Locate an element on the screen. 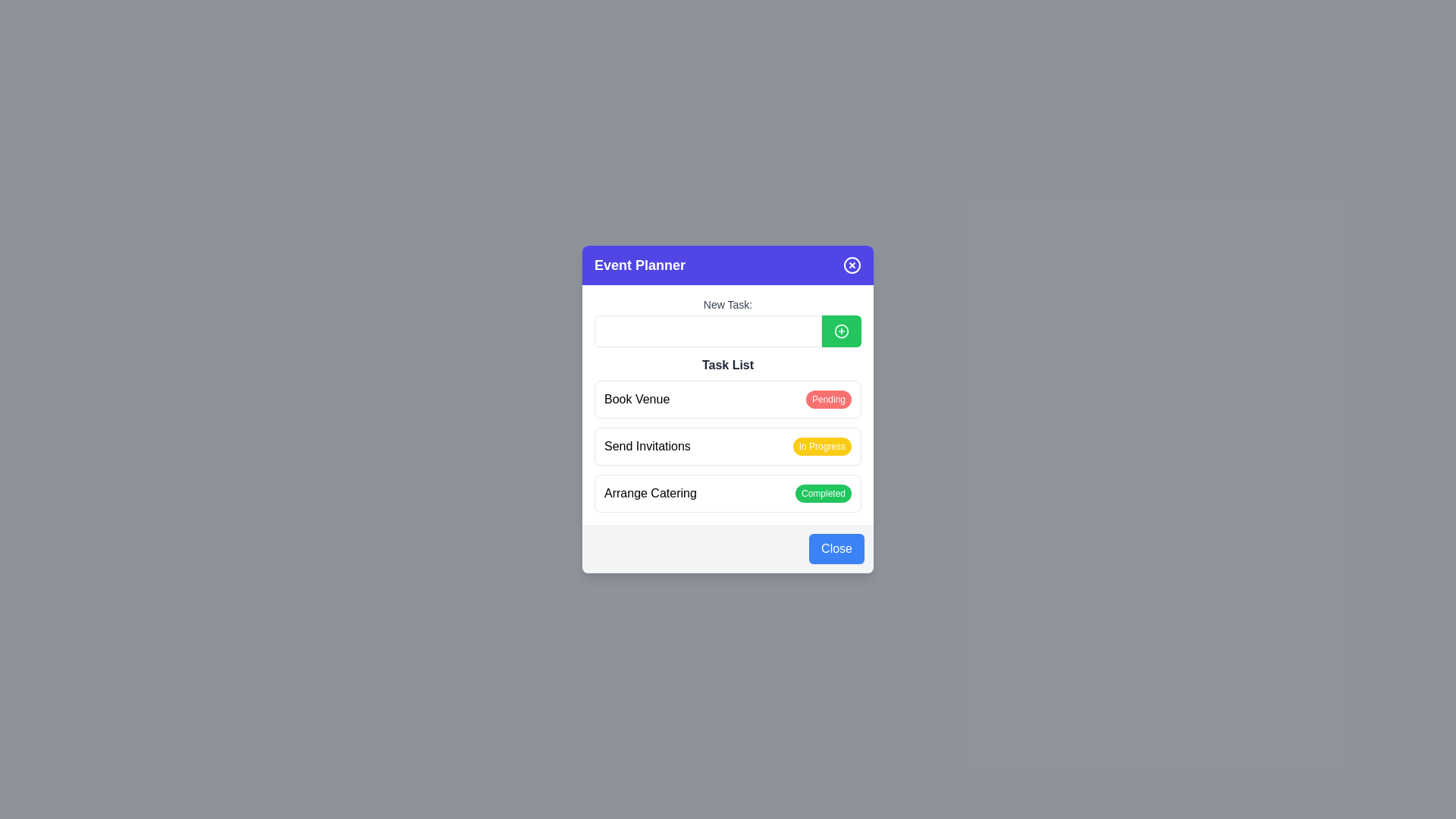  the green button with rounded corners and a plus icon is located at coordinates (840, 330).